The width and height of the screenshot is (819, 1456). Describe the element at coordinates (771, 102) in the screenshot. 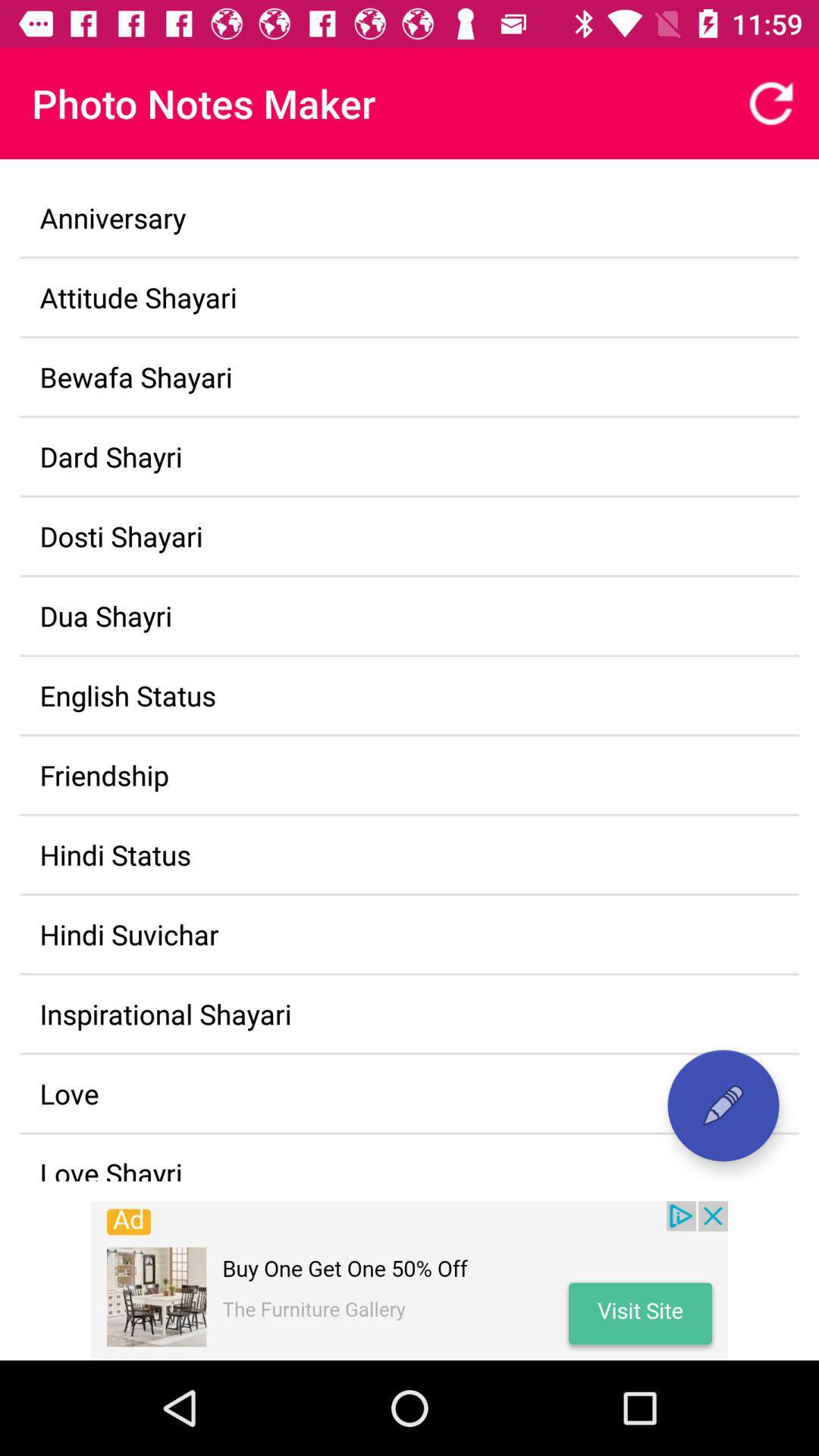

I see `refresh the page` at that location.